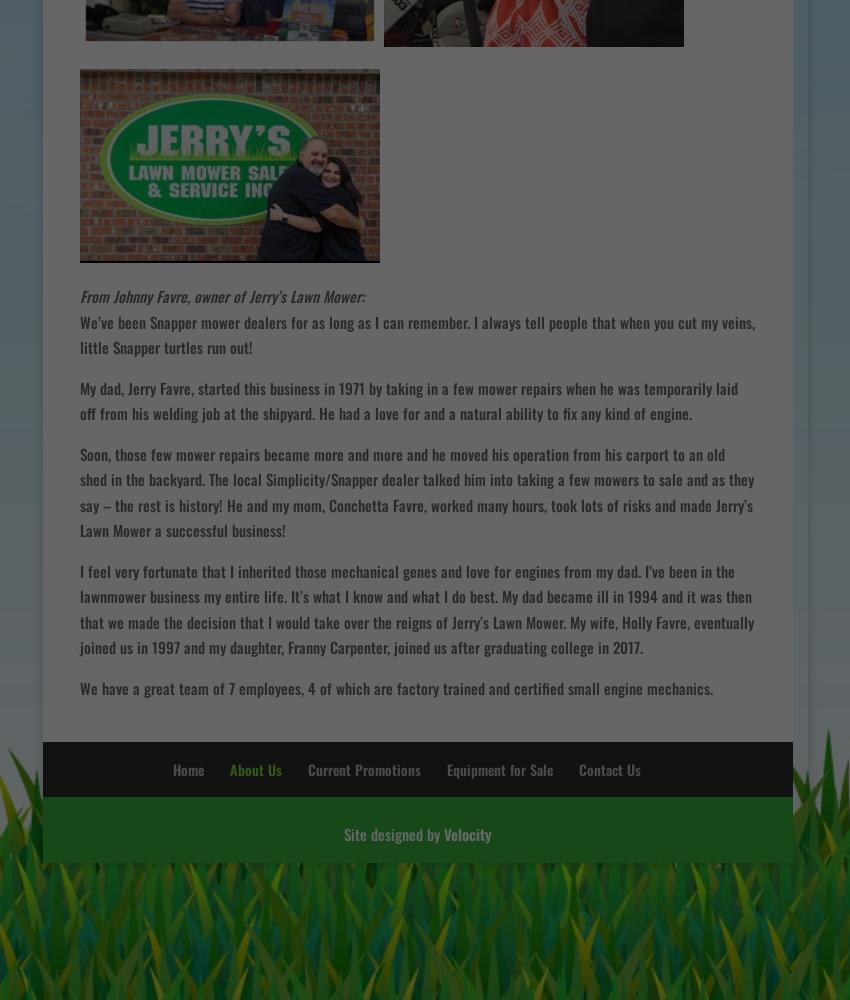 Image resolution: width=850 pixels, height=1000 pixels. What do you see at coordinates (255, 768) in the screenshot?
I see `'About Us'` at bounding box center [255, 768].